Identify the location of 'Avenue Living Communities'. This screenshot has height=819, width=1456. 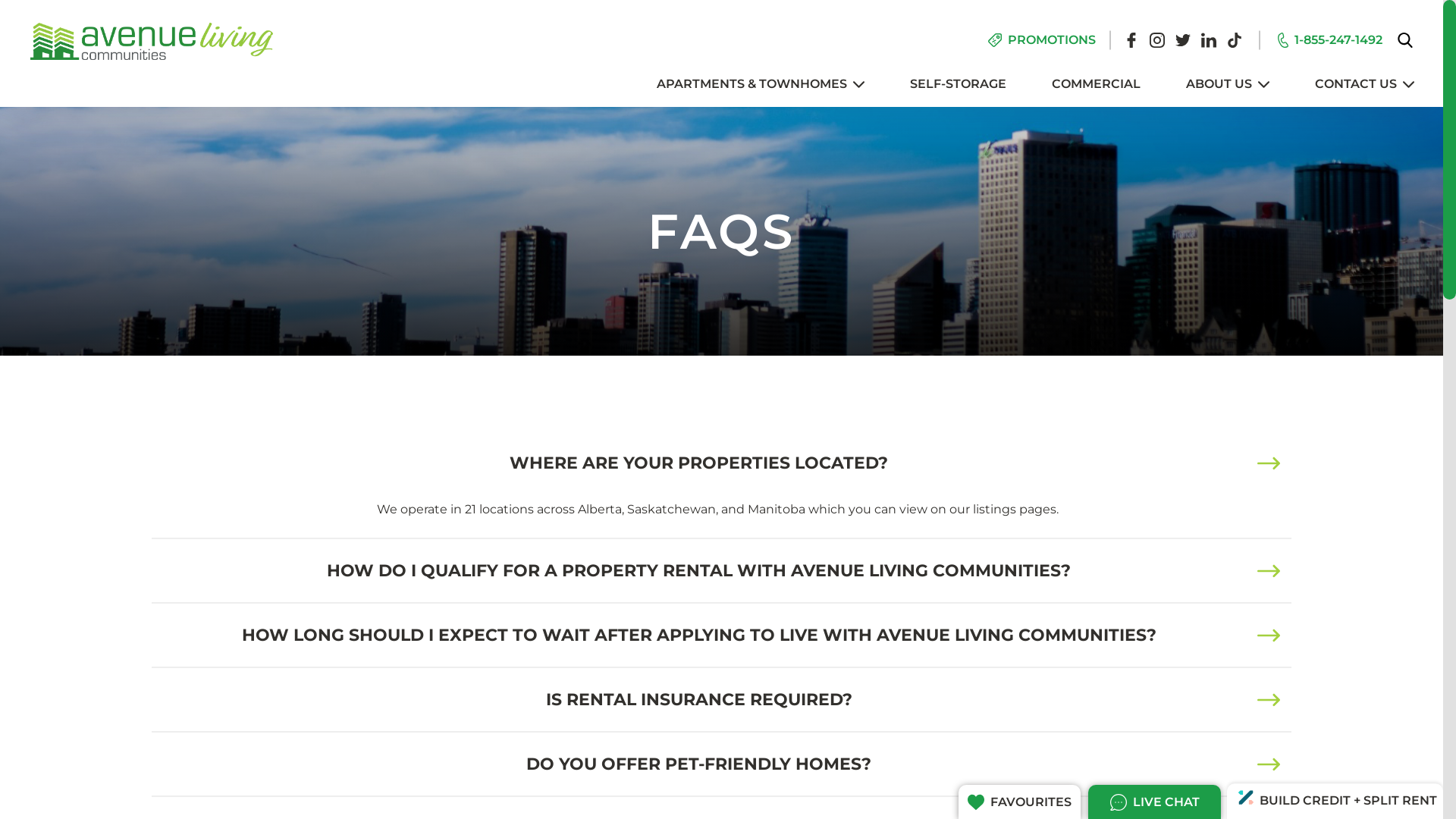
(30, 40).